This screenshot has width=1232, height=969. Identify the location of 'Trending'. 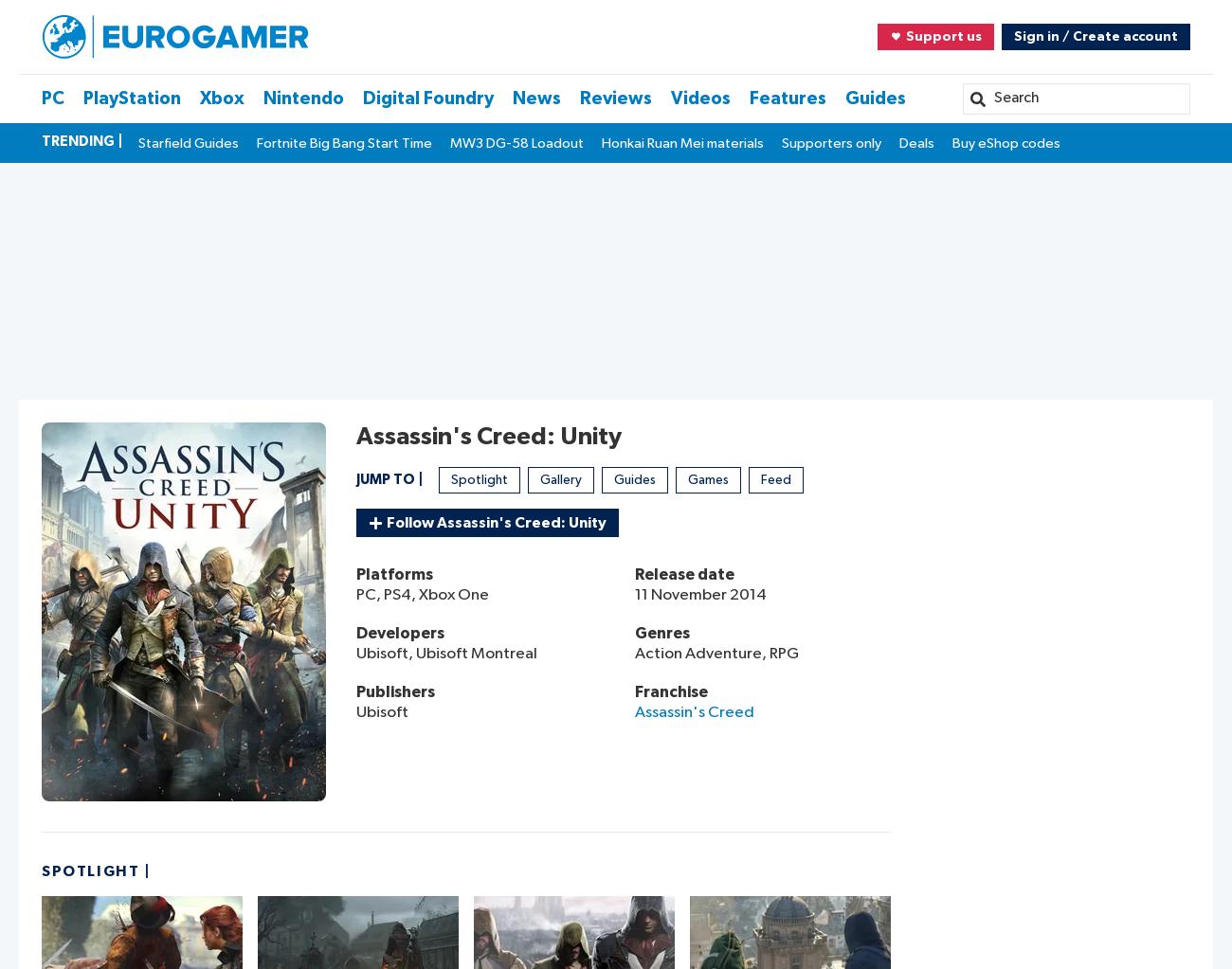
(78, 140).